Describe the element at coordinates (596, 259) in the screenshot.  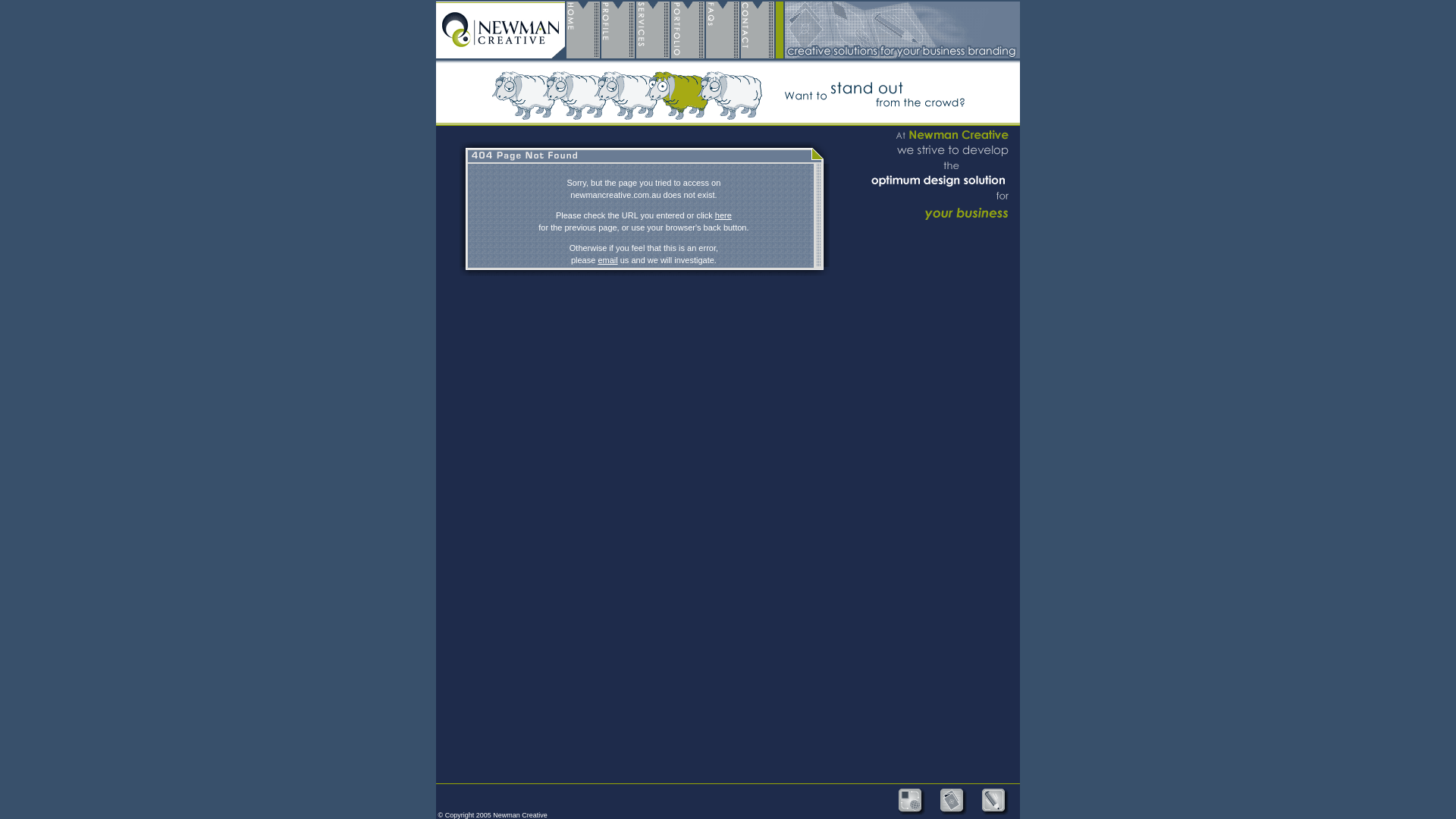
I see `'email'` at that location.